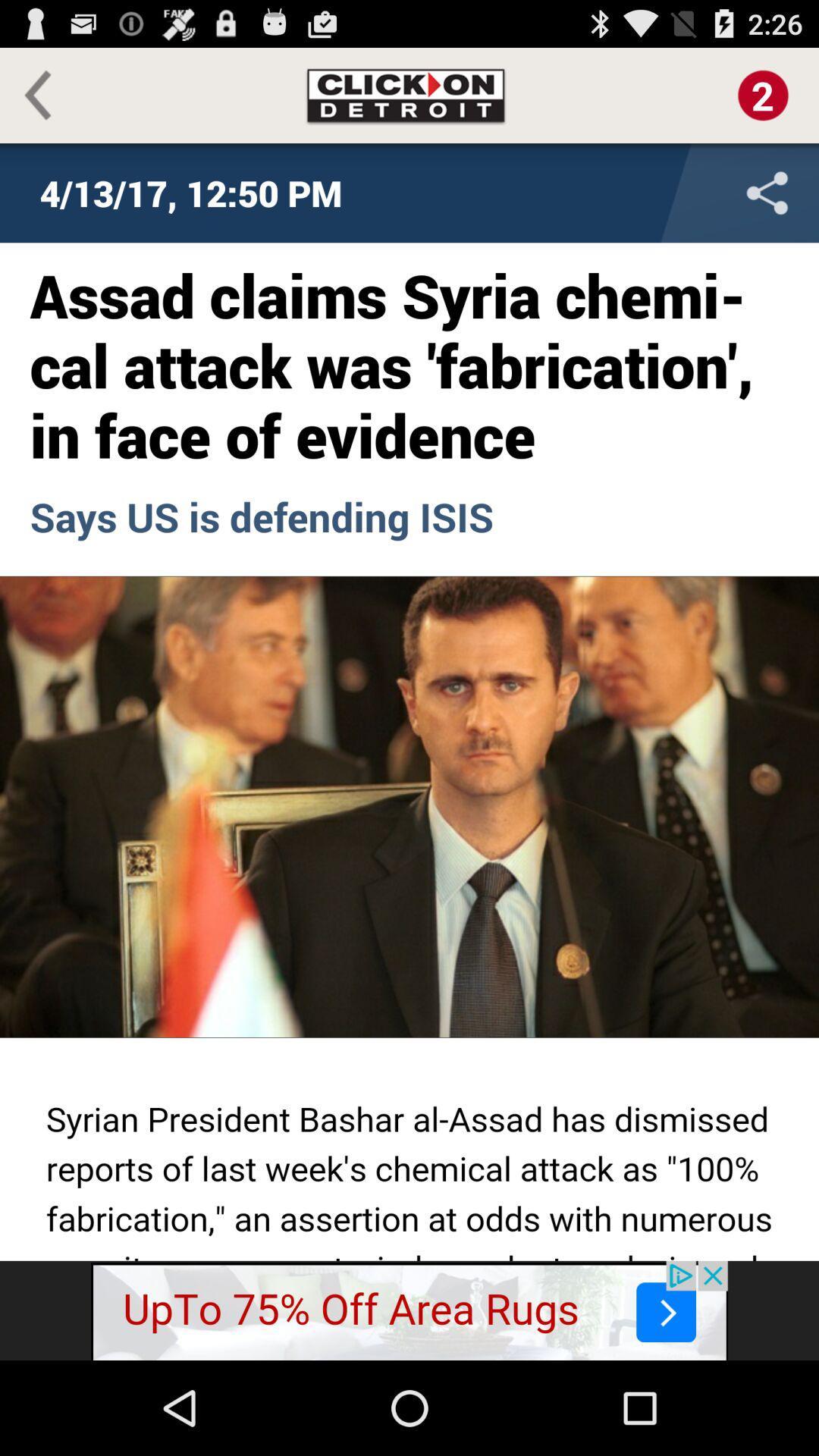  I want to click on share the article, so click(667, 192).